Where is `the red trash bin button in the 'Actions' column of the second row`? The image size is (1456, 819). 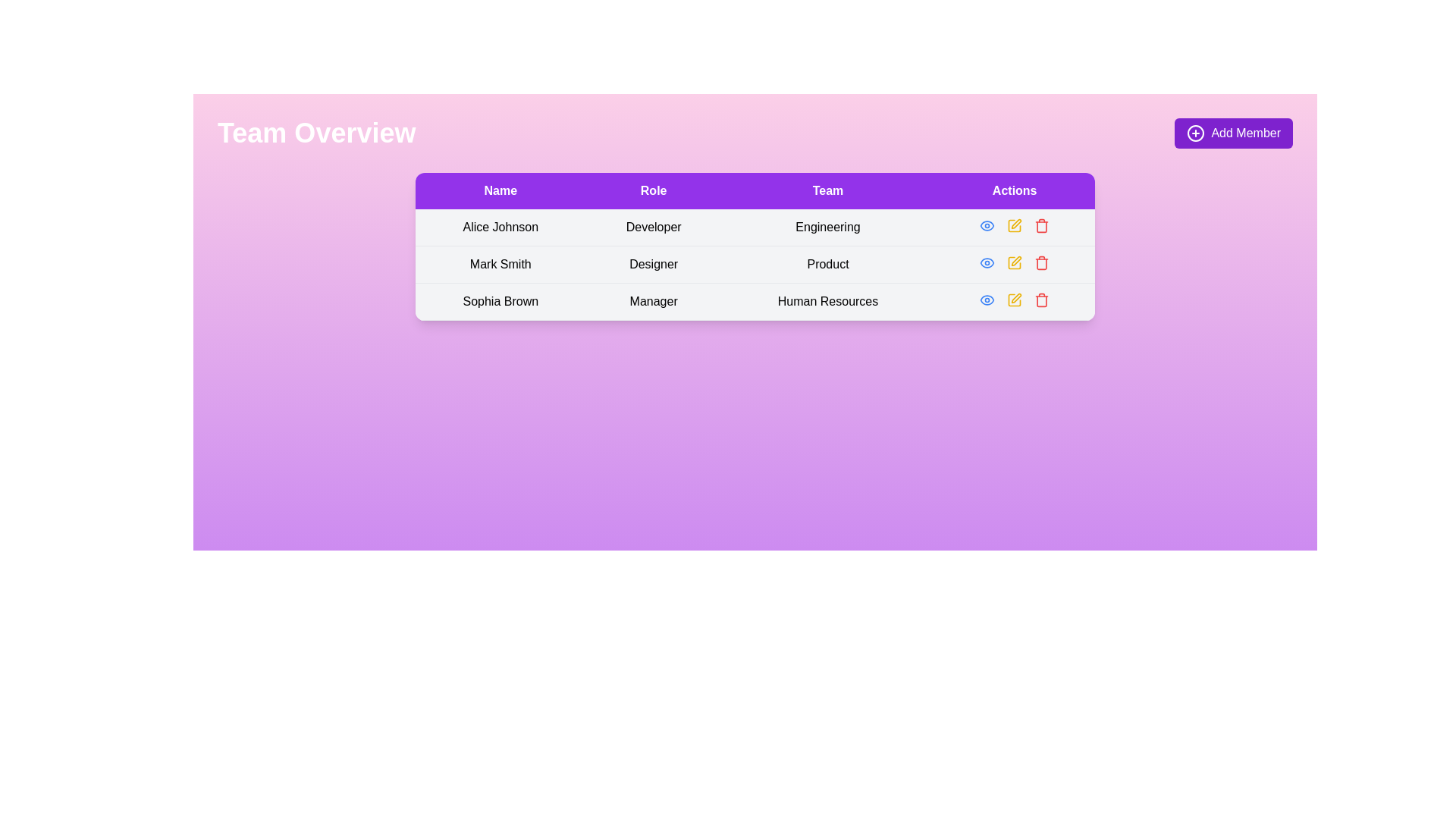
the red trash bin button in the 'Actions' column of the second row is located at coordinates (1040, 262).